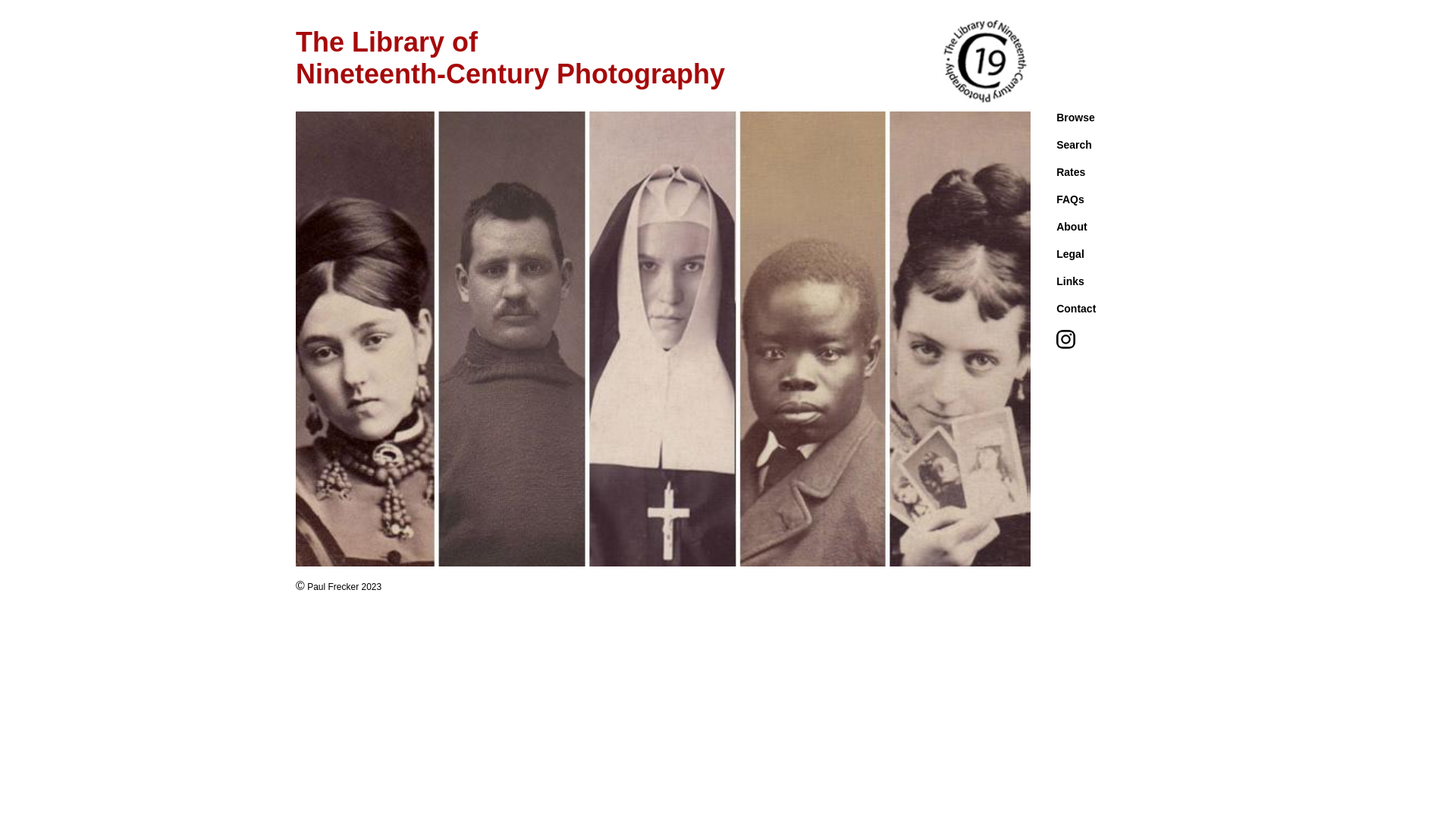 The height and width of the screenshot is (819, 1456). What do you see at coordinates (1055, 253) in the screenshot?
I see `'Legal'` at bounding box center [1055, 253].